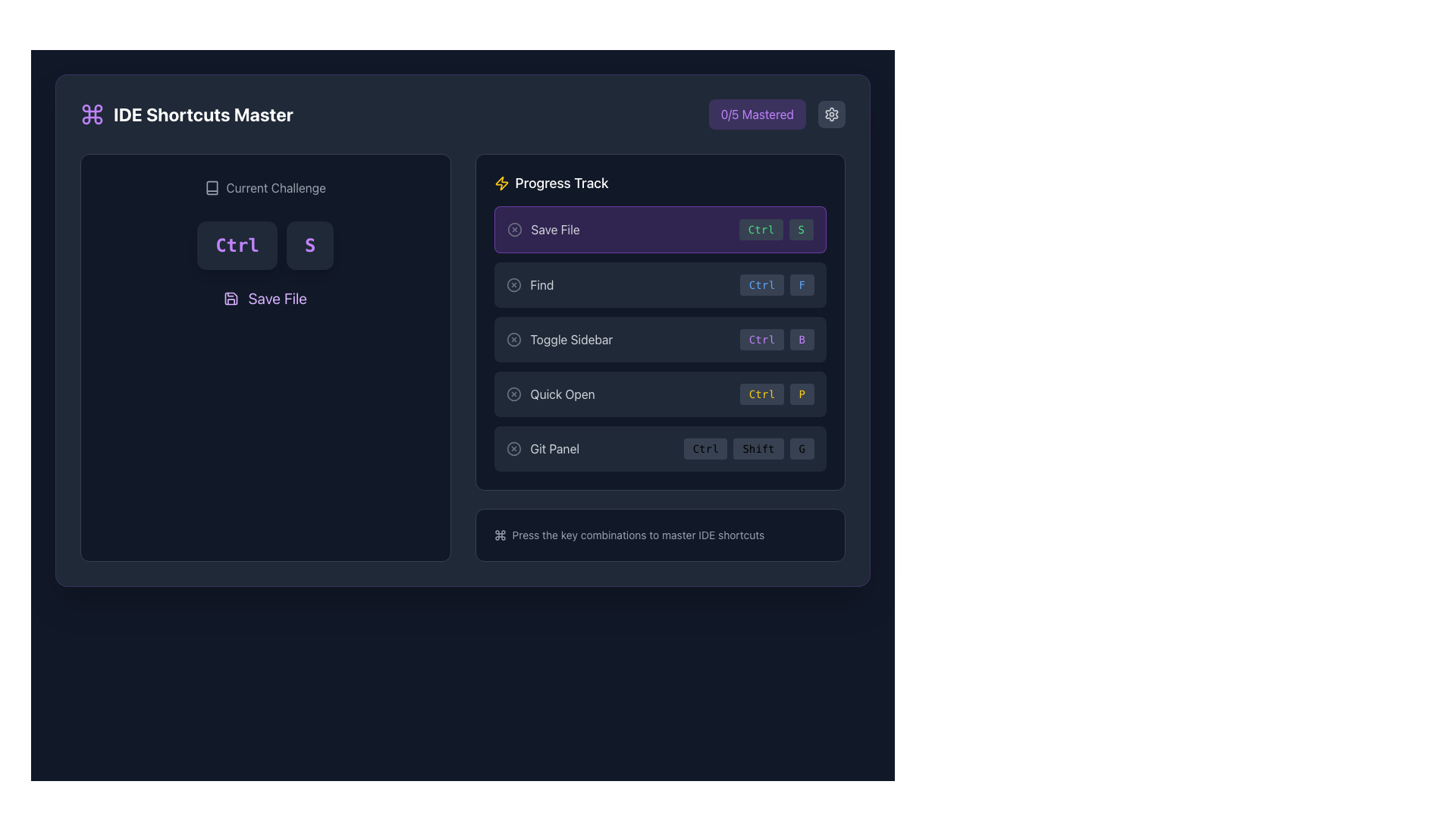 The width and height of the screenshot is (1456, 819). Describe the element at coordinates (777, 394) in the screenshot. I see `text inside the Shortcut visual indicator for the 'Quick Open' feature located to the right of the 'Quick Open' label in the 'Progress Track' section` at that location.